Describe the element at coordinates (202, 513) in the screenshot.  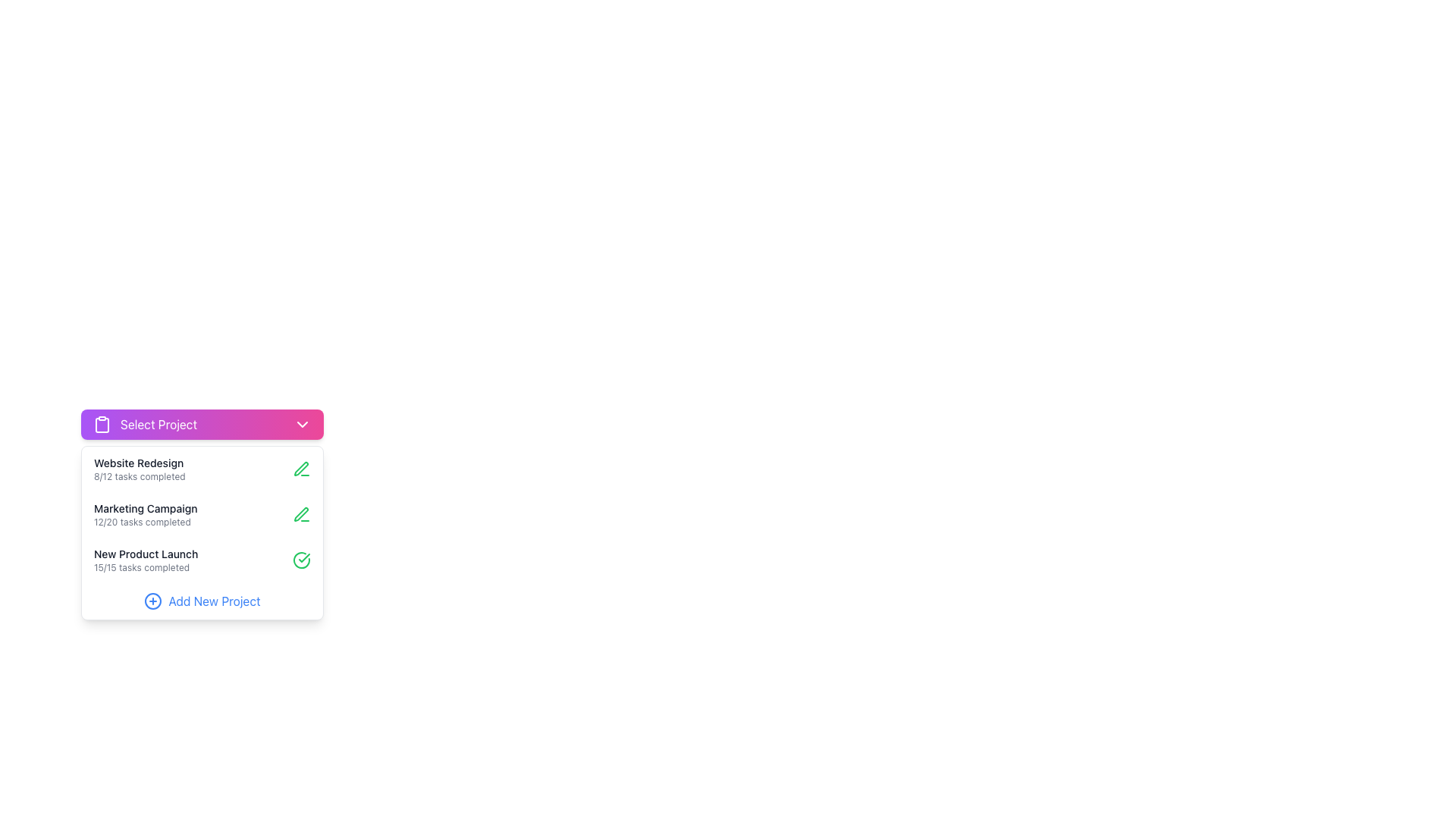
I see `the second item in the project list, which is labeled 'Marketing Campaign'` at that location.